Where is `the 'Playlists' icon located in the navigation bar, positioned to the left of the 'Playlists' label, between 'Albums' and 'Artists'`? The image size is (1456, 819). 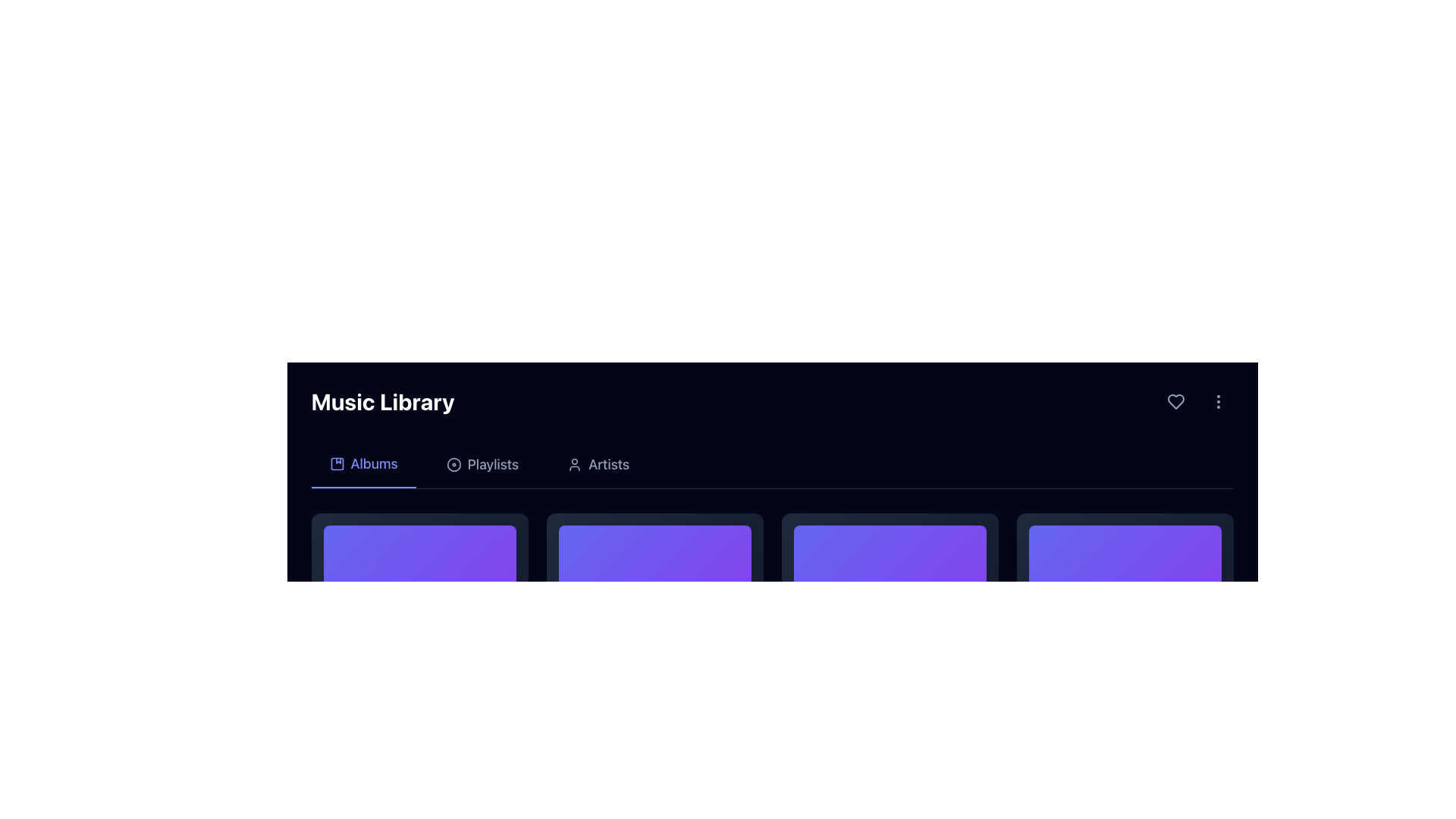 the 'Playlists' icon located in the navigation bar, positioned to the left of the 'Playlists' label, between 'Albums' and 'Artists' is located at coordinates (453, 464).